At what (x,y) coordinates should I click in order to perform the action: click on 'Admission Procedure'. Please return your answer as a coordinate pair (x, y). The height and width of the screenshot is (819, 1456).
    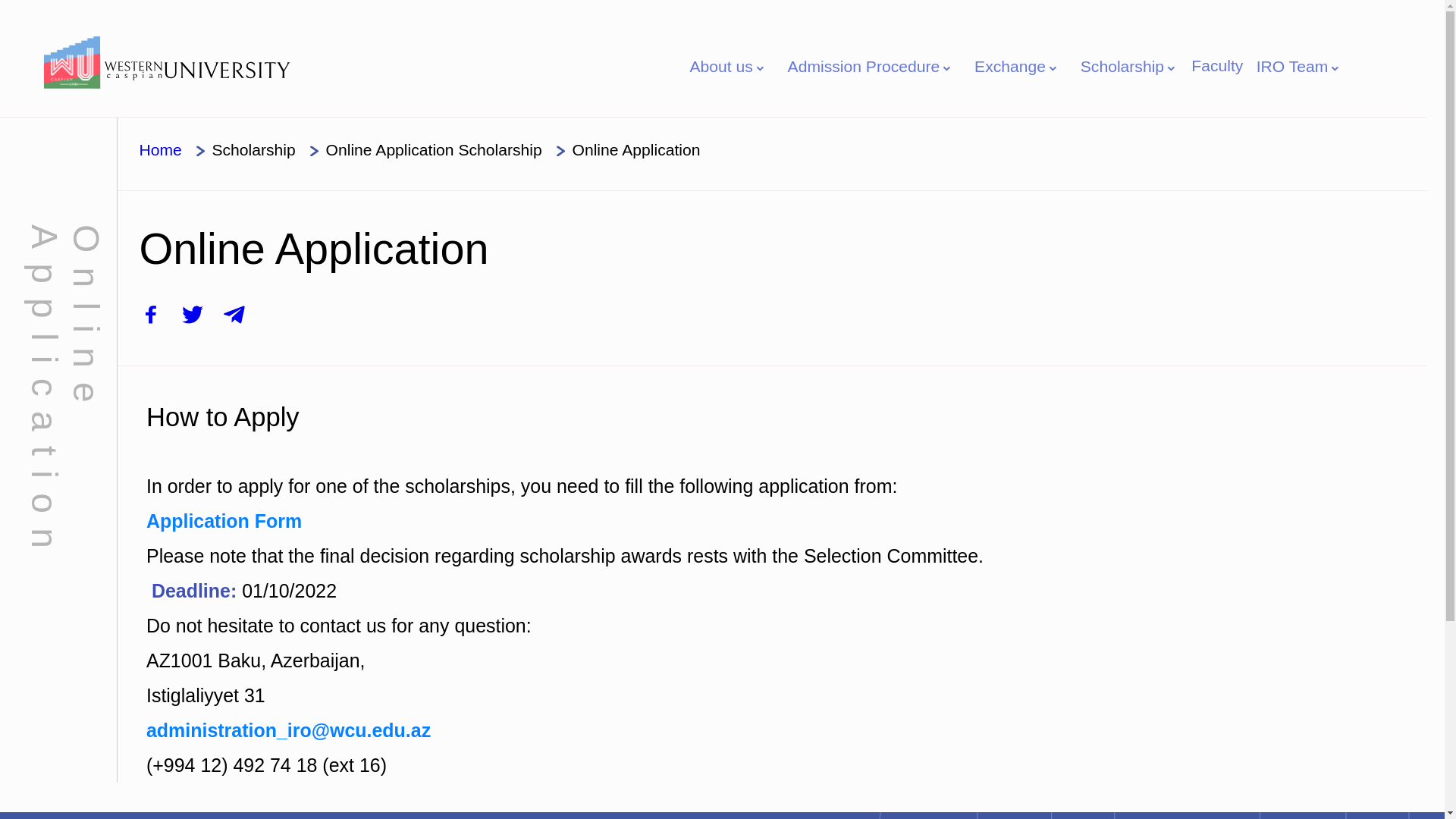
    Looking at the image, I should click on (871, 66).